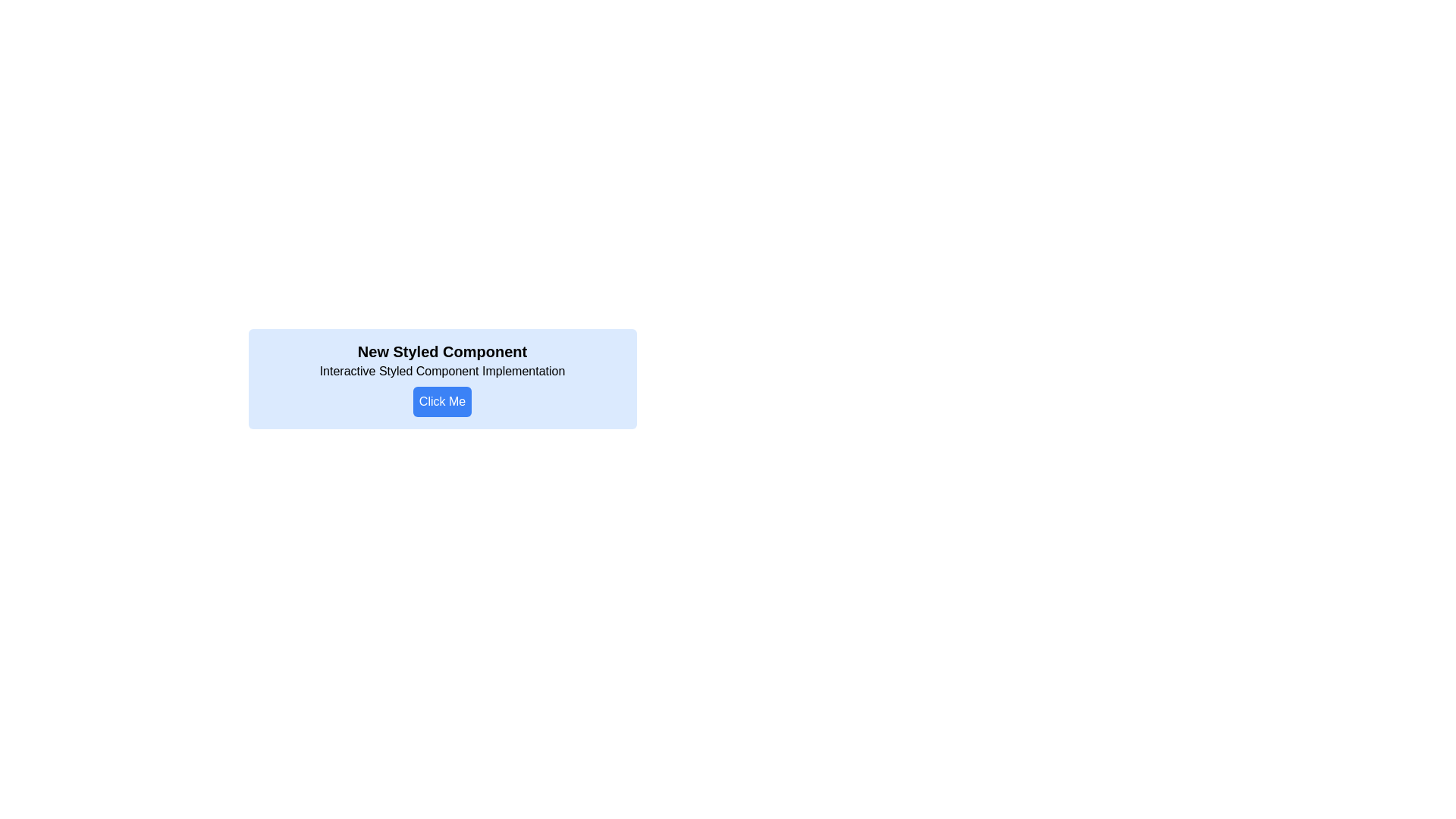 The image size is (1456, 819). Describe the element at coordinates (441, 371) in the screenshot. I see `the text label reading 'Interactive Styled Component Implementation' that is located below the title 'New Styled Component' and above the button labeled 'Click Me'` at that location.